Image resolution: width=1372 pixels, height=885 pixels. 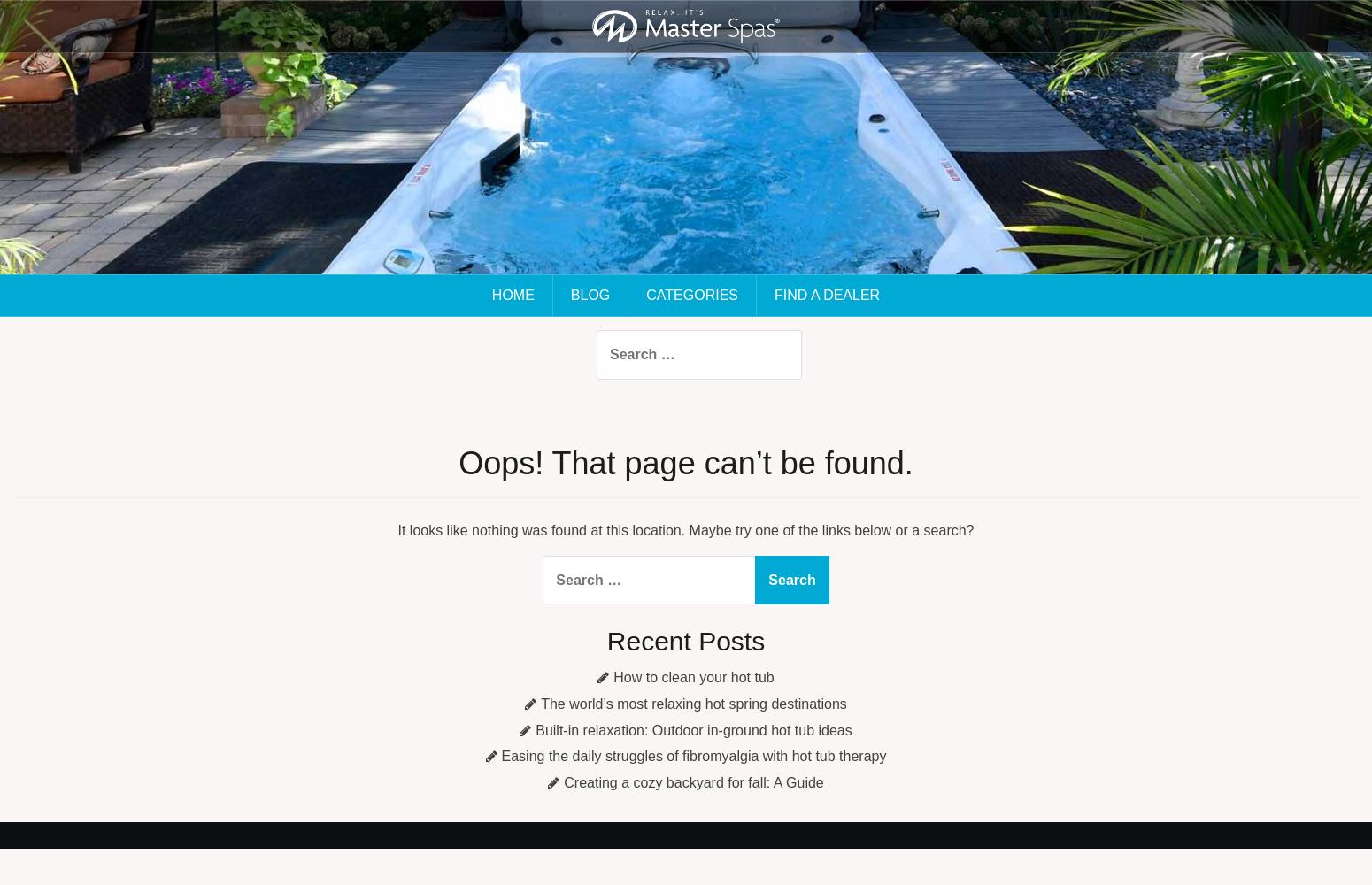 I want to click on 'The world’s most relaxing hot spring destinations', so click(x=692, y=703).